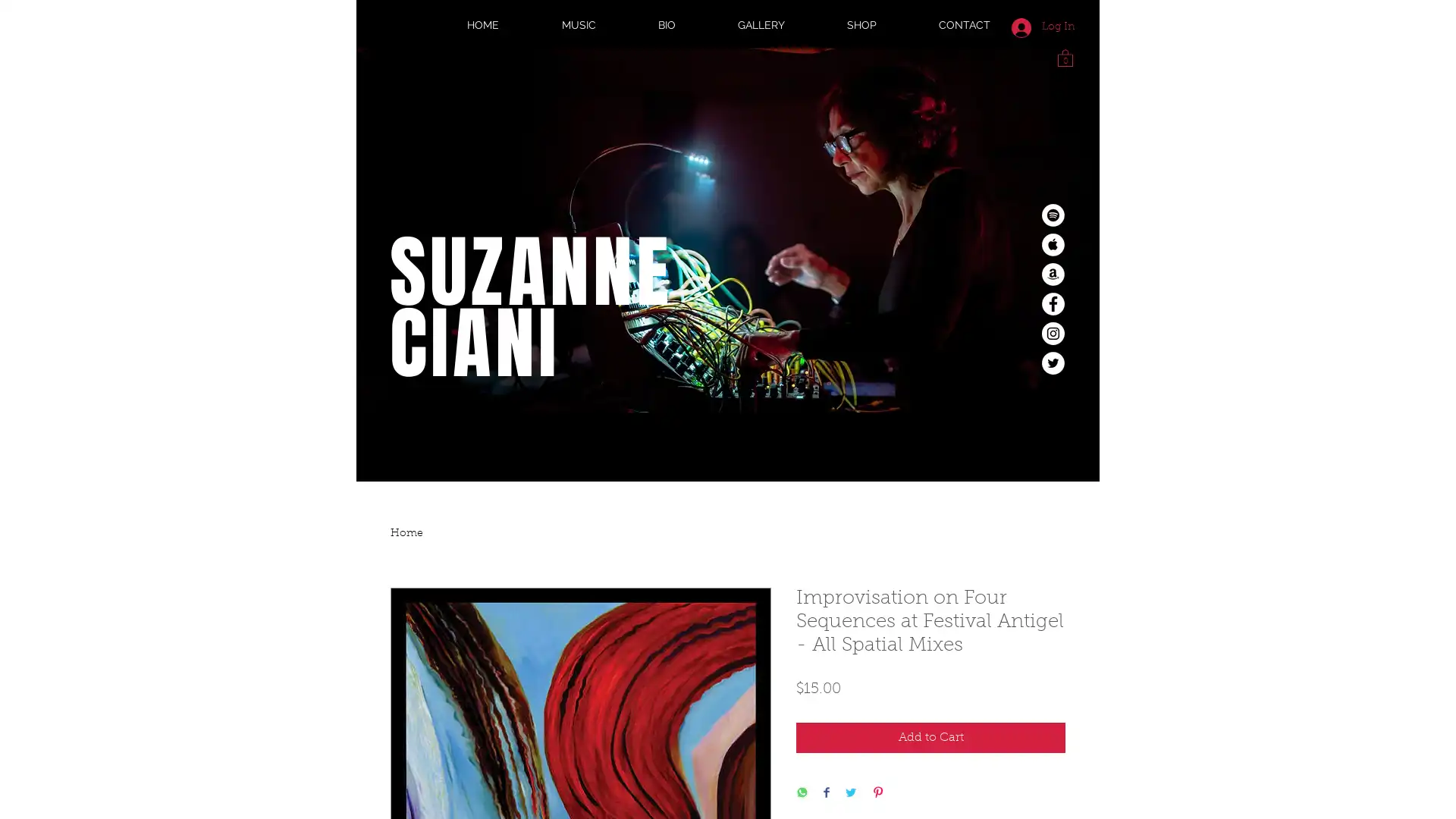 Image resolution: width=1456 pixels, height=819 pixels. I want to click on Log In, so click(1042, 27).